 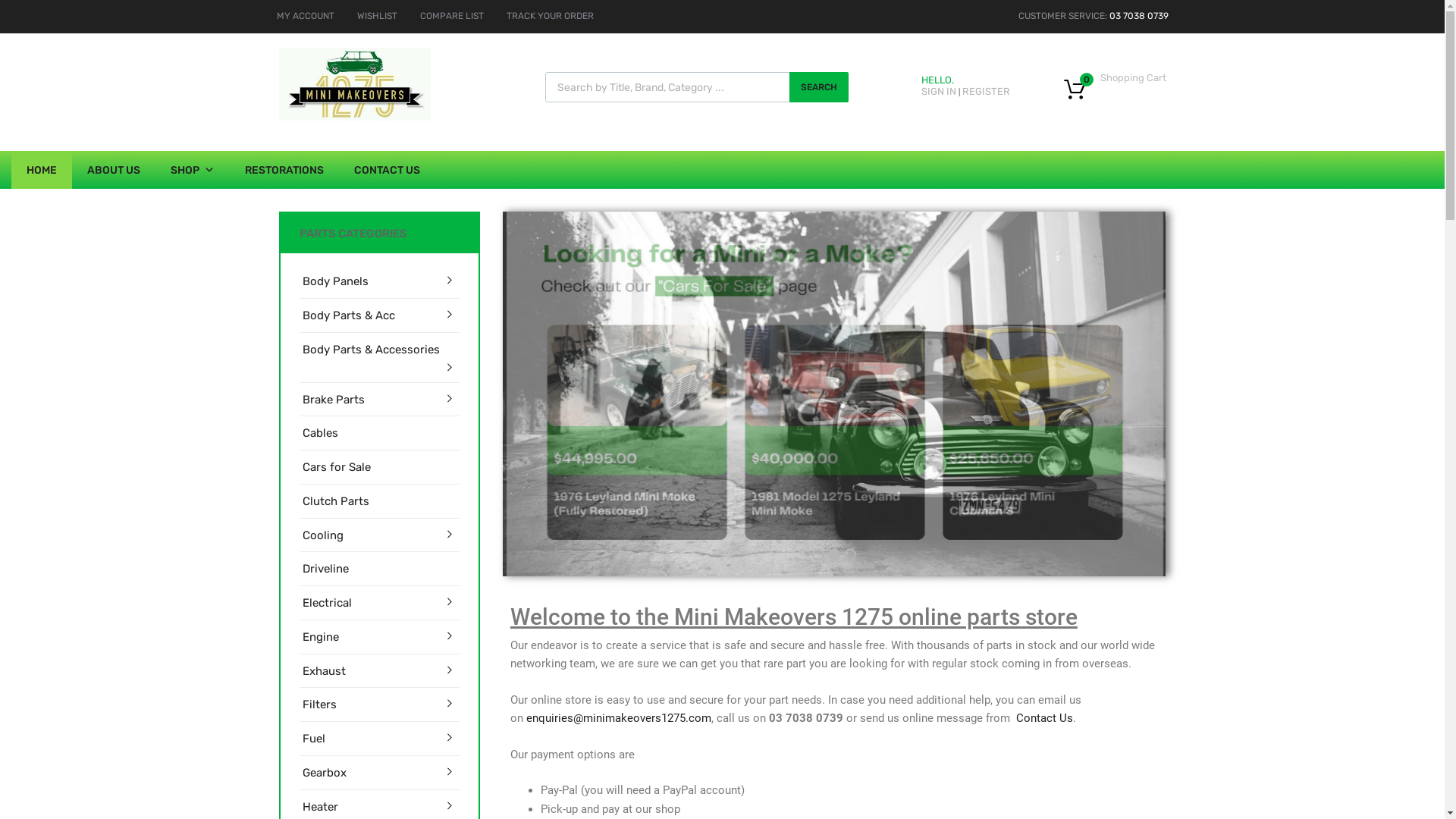 I want to click on 'Cables', so click(x=318, y=433).